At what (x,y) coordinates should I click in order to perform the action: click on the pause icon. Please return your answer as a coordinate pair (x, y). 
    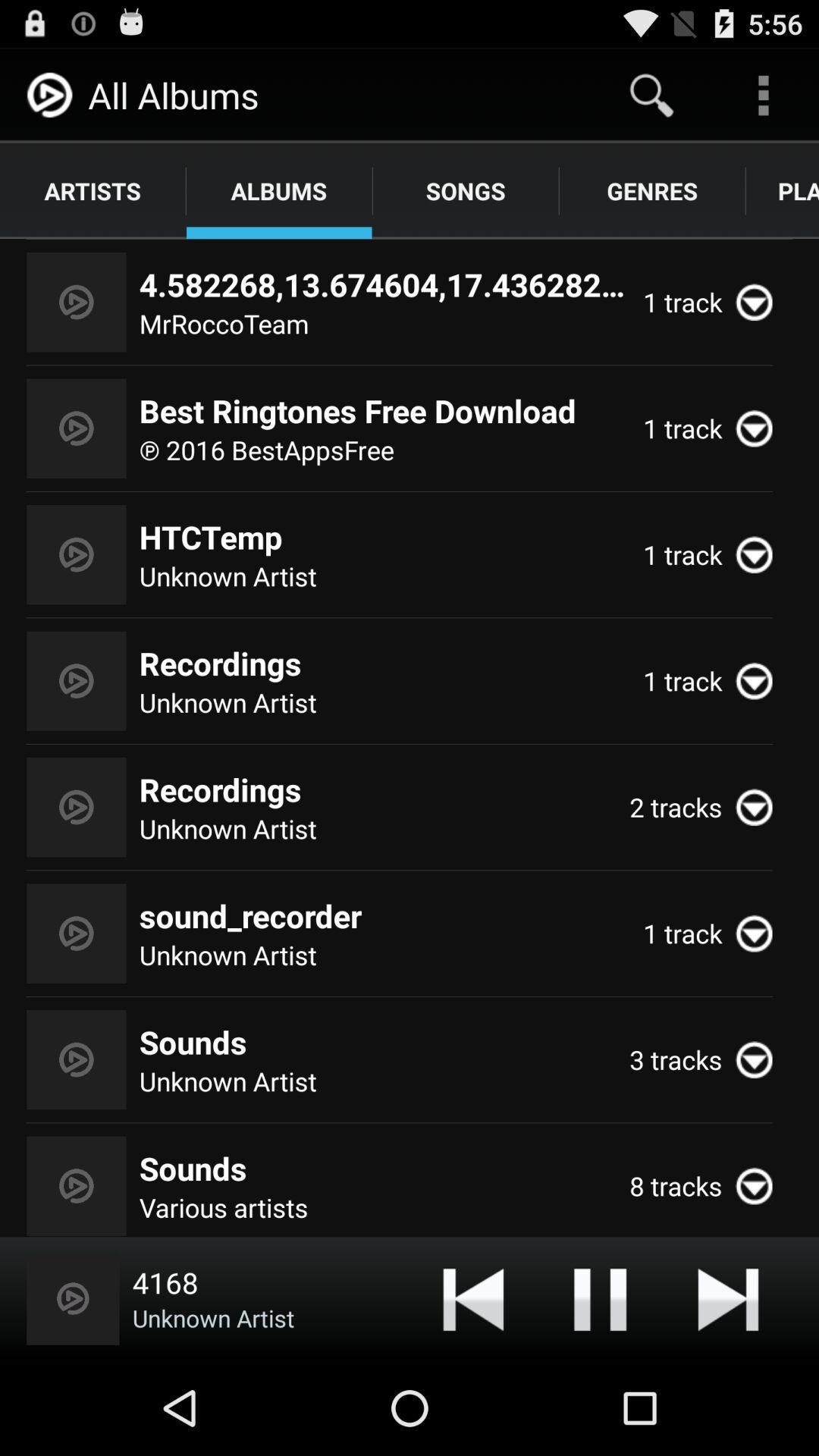
    Looking at the image, I should click on (599, 1389).